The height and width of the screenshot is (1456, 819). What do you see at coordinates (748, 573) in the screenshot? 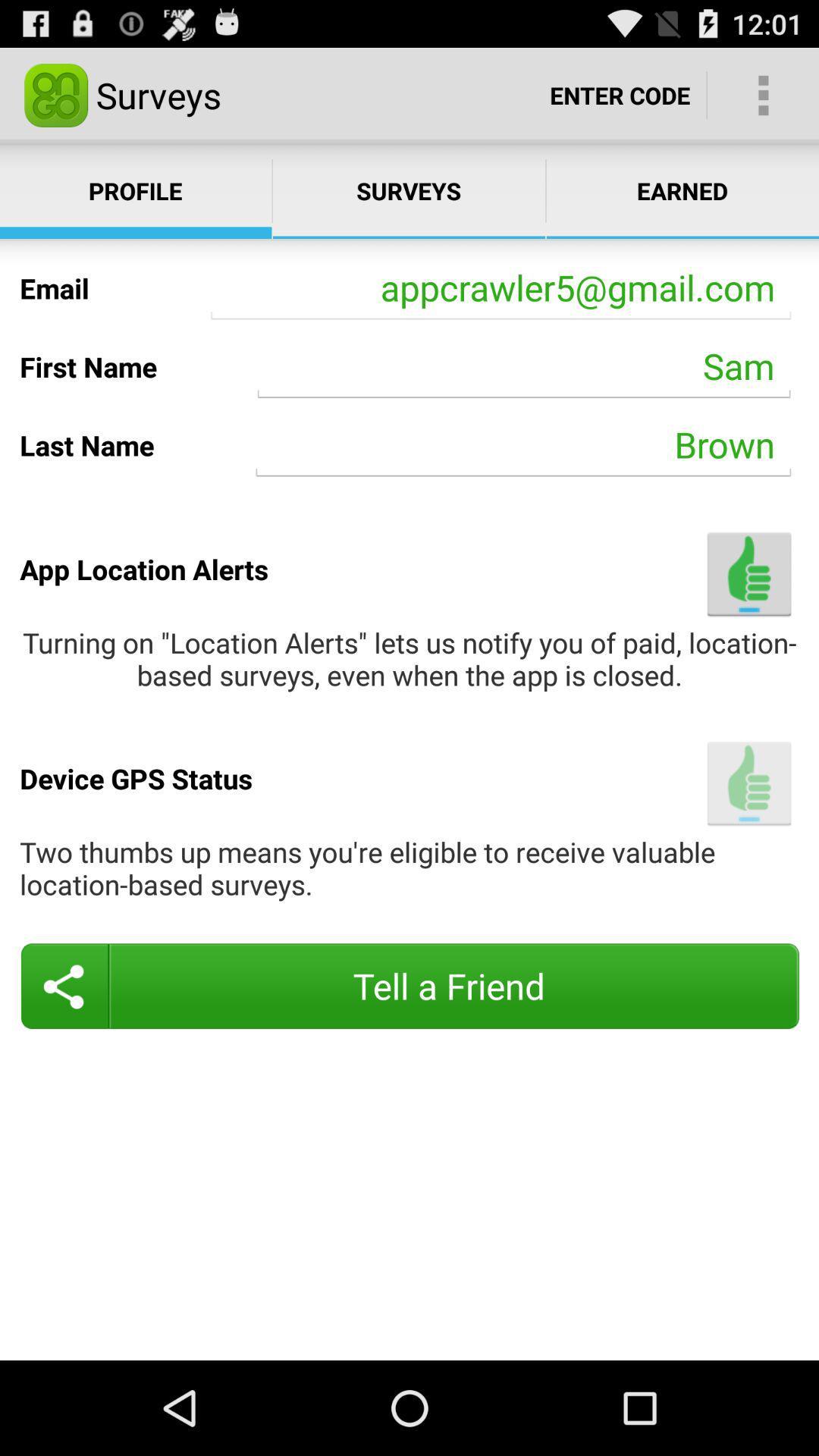
I see `accept location alerts` at bounding box center [748, 573].